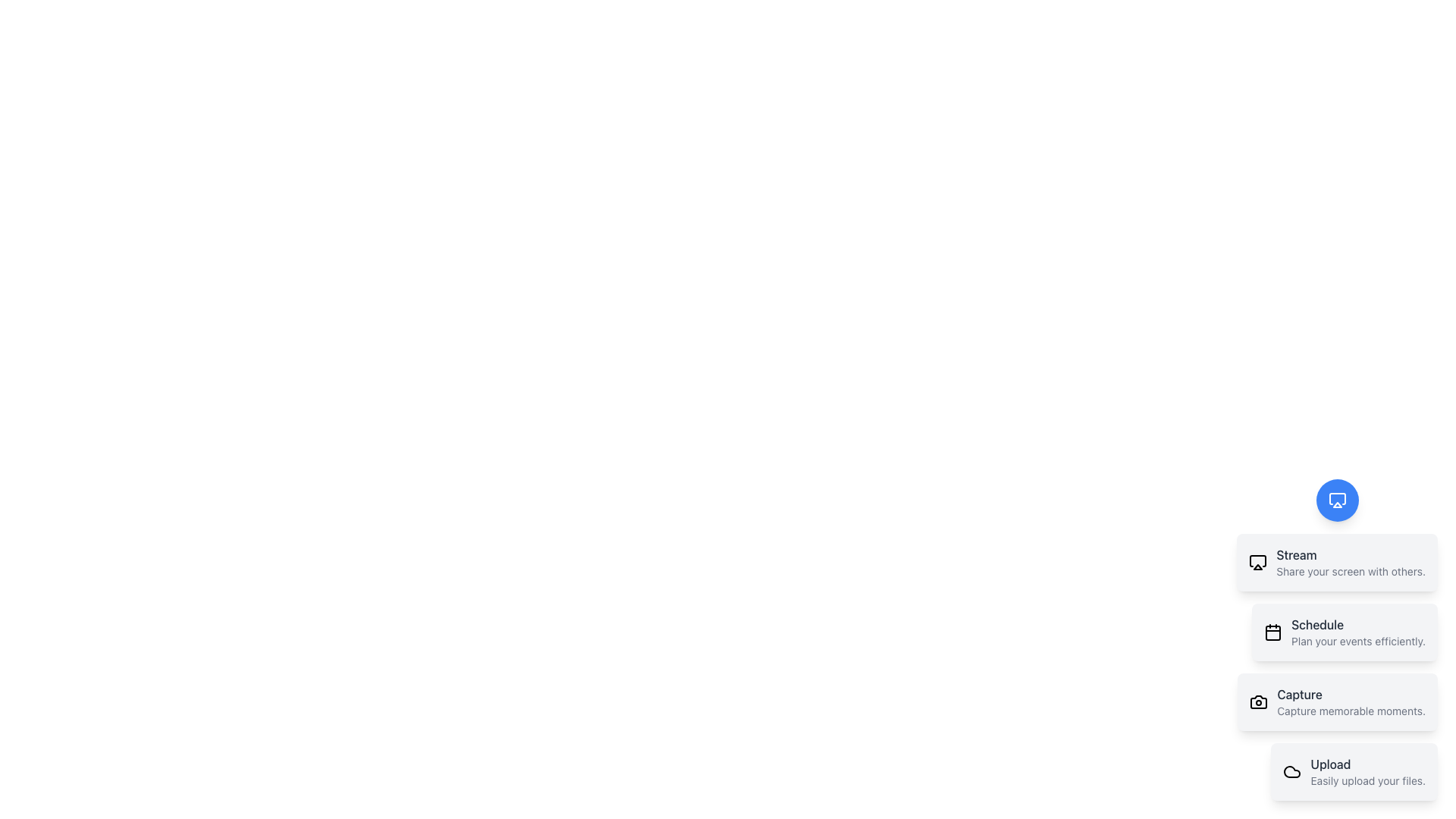  Describe the element at coordinates (1337, 701) in the screenshot. I see `the capturing feature button, which is the third button in a vertical arrangement of four cards, located below the 'Schedule' card and above the 'Upload' card` at that location.